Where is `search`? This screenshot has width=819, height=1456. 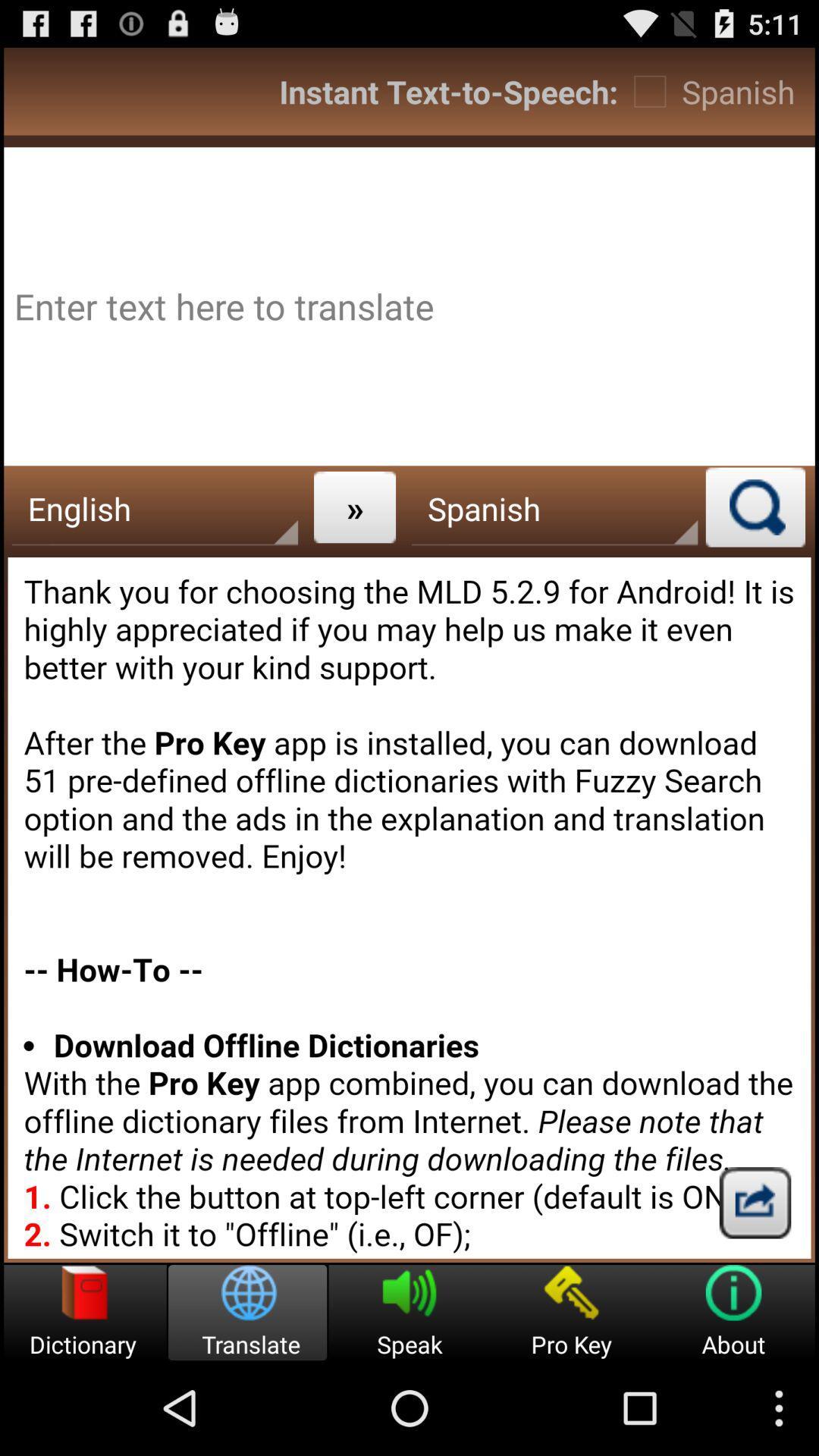
search is located at coordinates (755, 507).